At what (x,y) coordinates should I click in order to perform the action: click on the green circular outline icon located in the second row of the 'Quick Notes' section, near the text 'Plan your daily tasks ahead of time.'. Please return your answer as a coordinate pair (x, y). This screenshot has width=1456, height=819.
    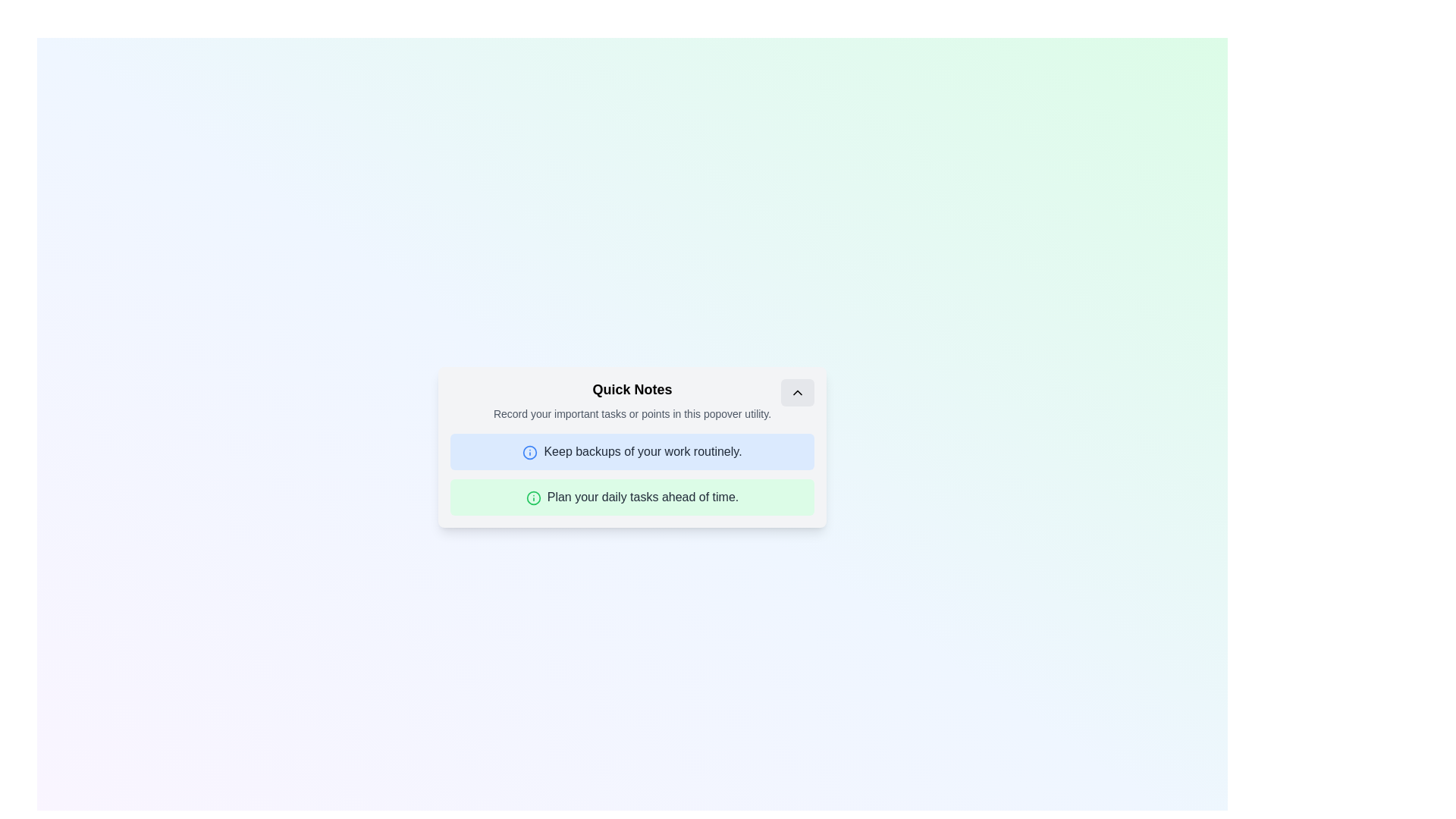
    Looking at the image, I should click on (533, 497).